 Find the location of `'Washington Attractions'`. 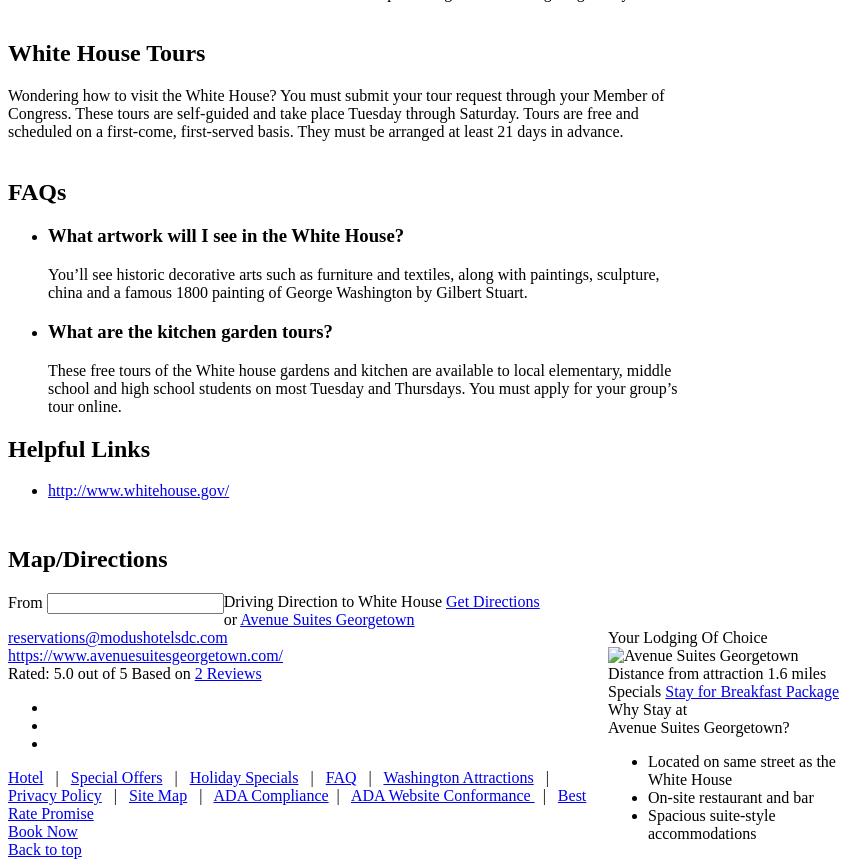

'Washington Attractions' is located at coordinates (456, 776).